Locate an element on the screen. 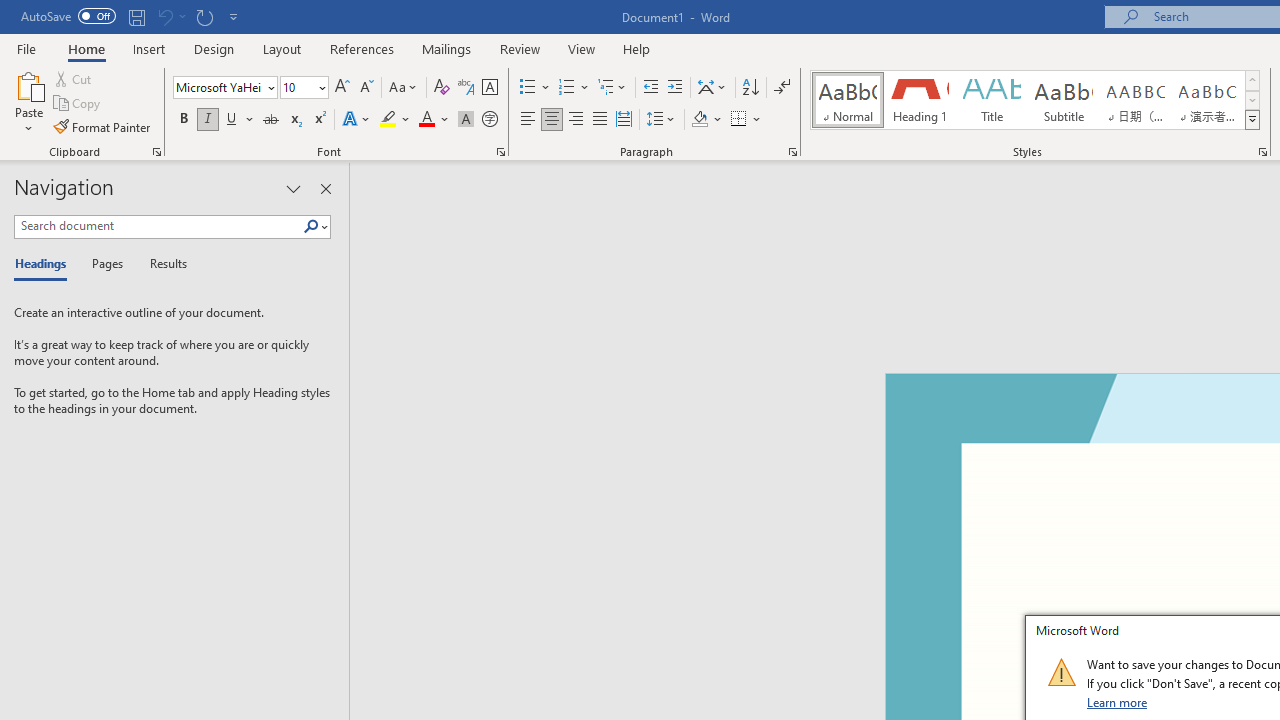  'Bullets' is located at coordinates (528, 86).